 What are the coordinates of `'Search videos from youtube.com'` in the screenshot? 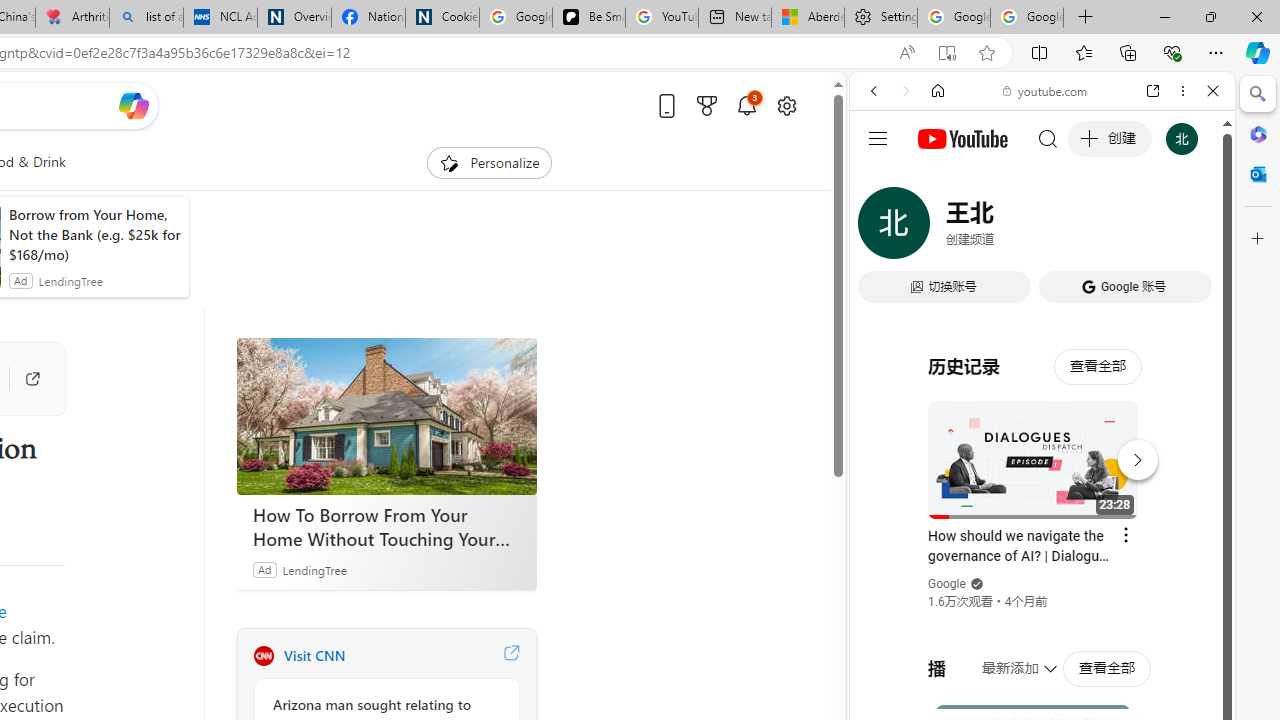 It's located at (1006, 658).